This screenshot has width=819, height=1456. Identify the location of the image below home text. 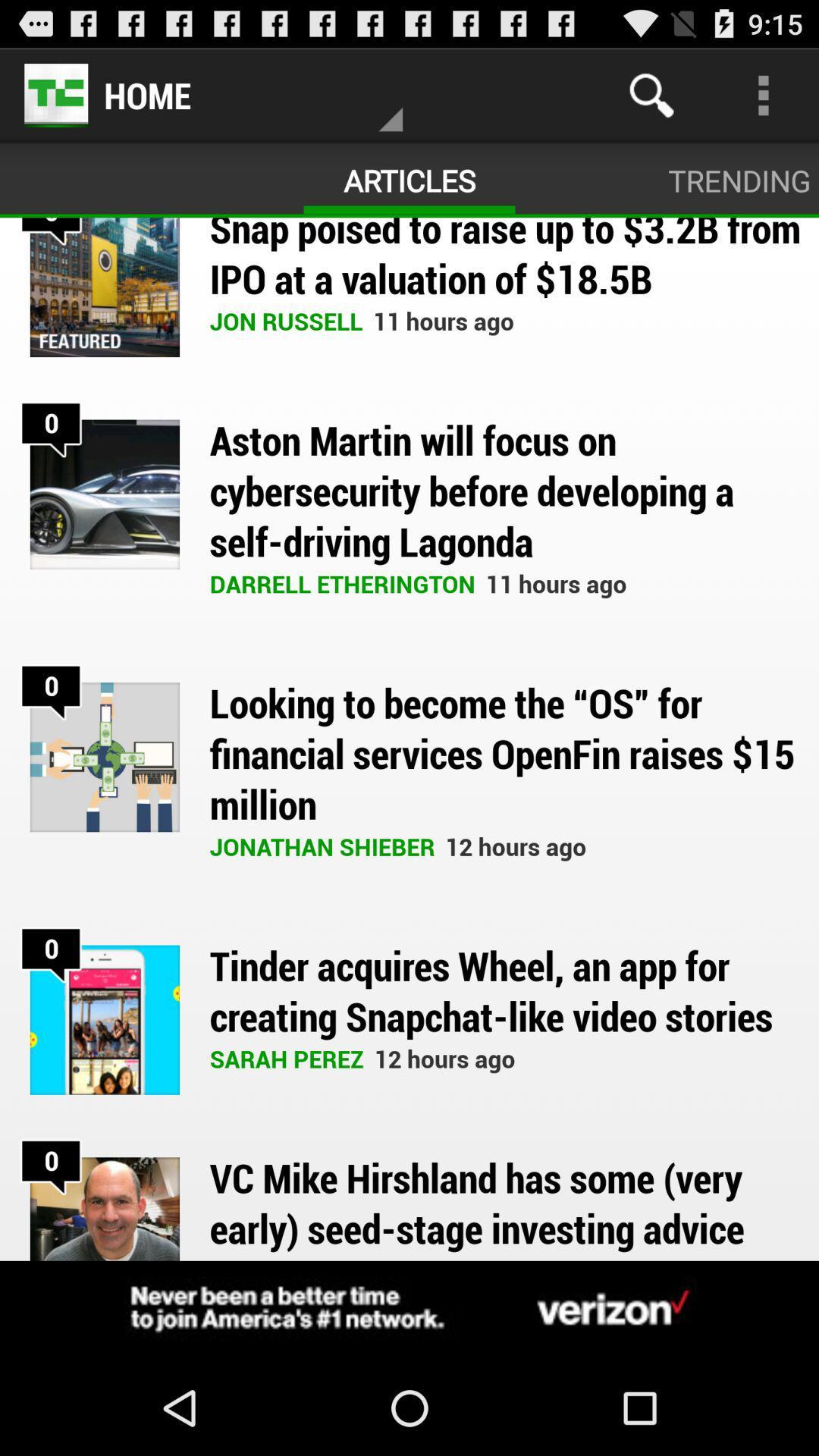
(104, 287).